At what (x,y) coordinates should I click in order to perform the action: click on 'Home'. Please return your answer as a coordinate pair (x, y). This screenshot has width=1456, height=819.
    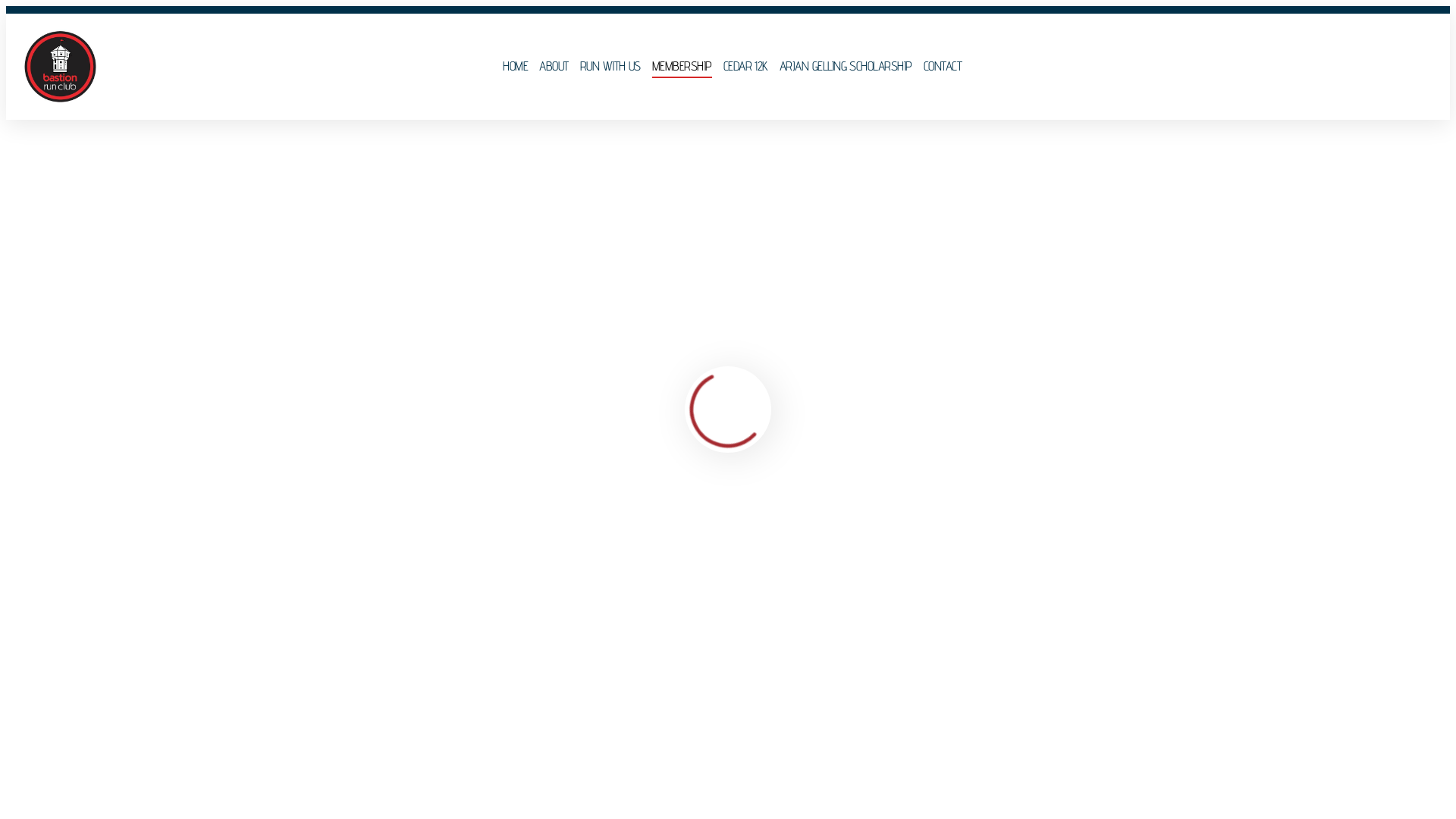
    Looking at the image, I should click on (6, 158).